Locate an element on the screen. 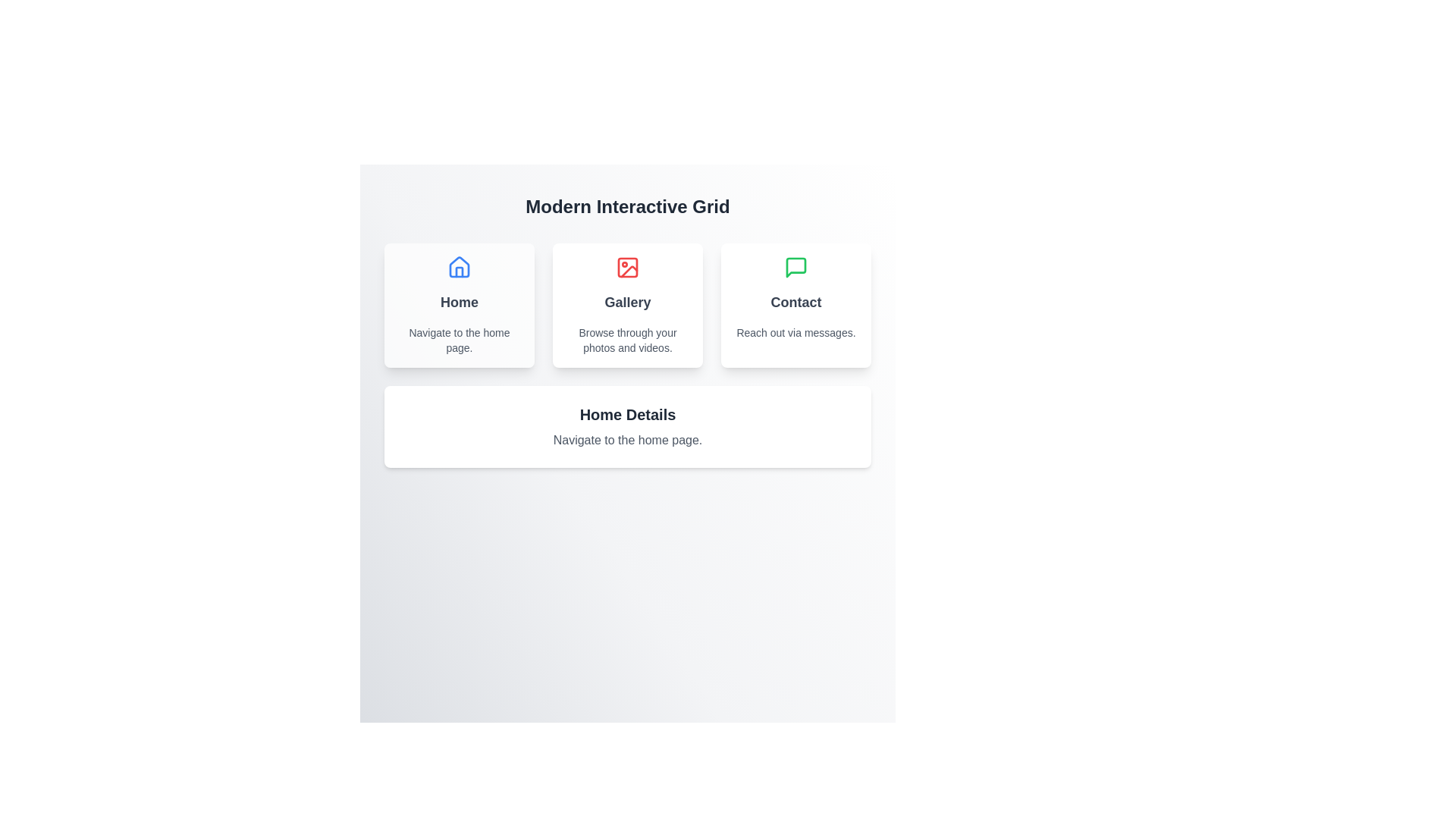  text content of the 'Home' label, which is displayed in a large, bold font in dark gray color, located in the top-left corner of a card structure within a grid layout is located at coordinates (458, 302).